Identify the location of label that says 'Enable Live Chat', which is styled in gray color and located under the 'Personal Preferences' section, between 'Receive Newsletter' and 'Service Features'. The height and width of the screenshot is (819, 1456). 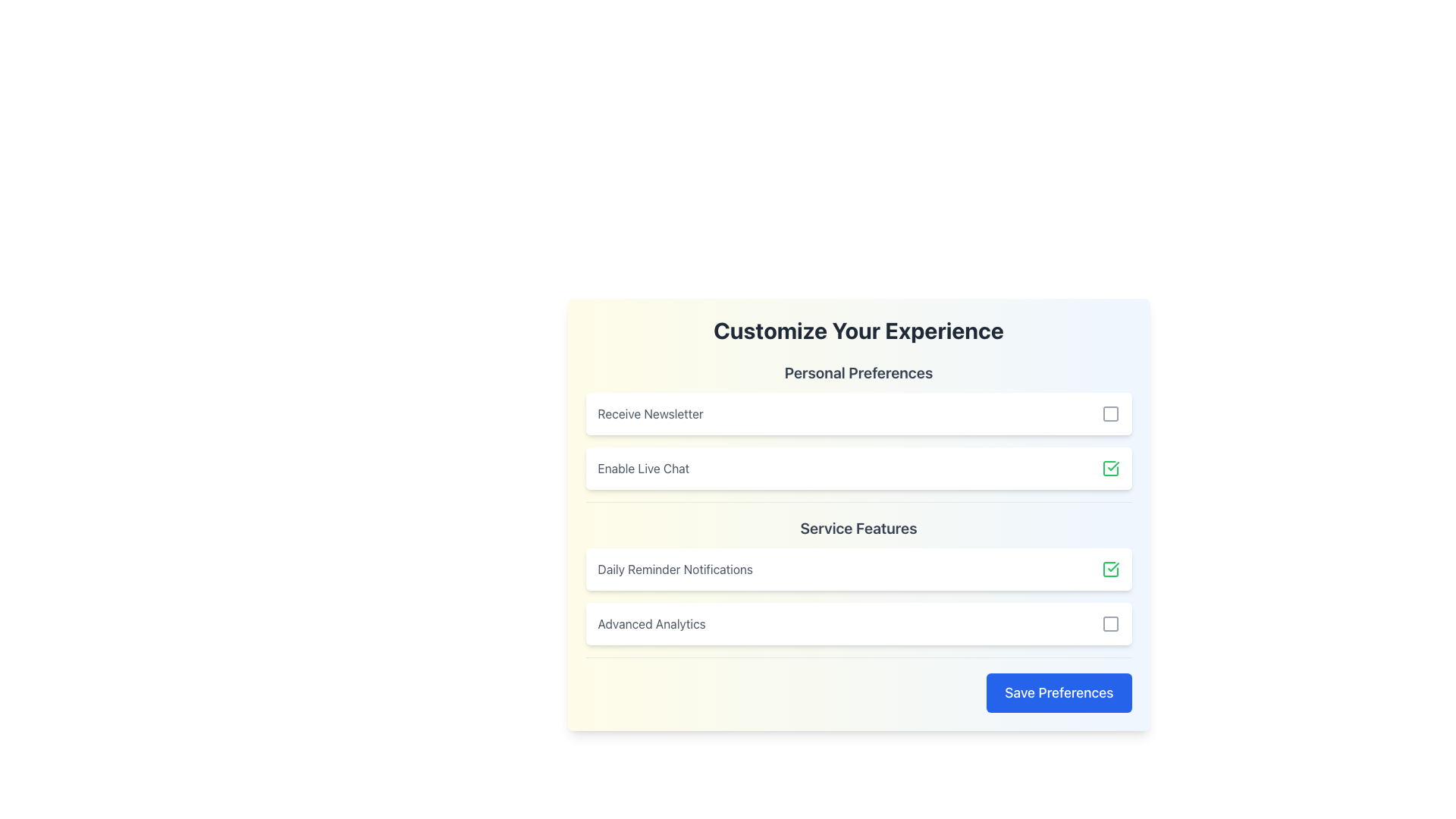
(643, 467).